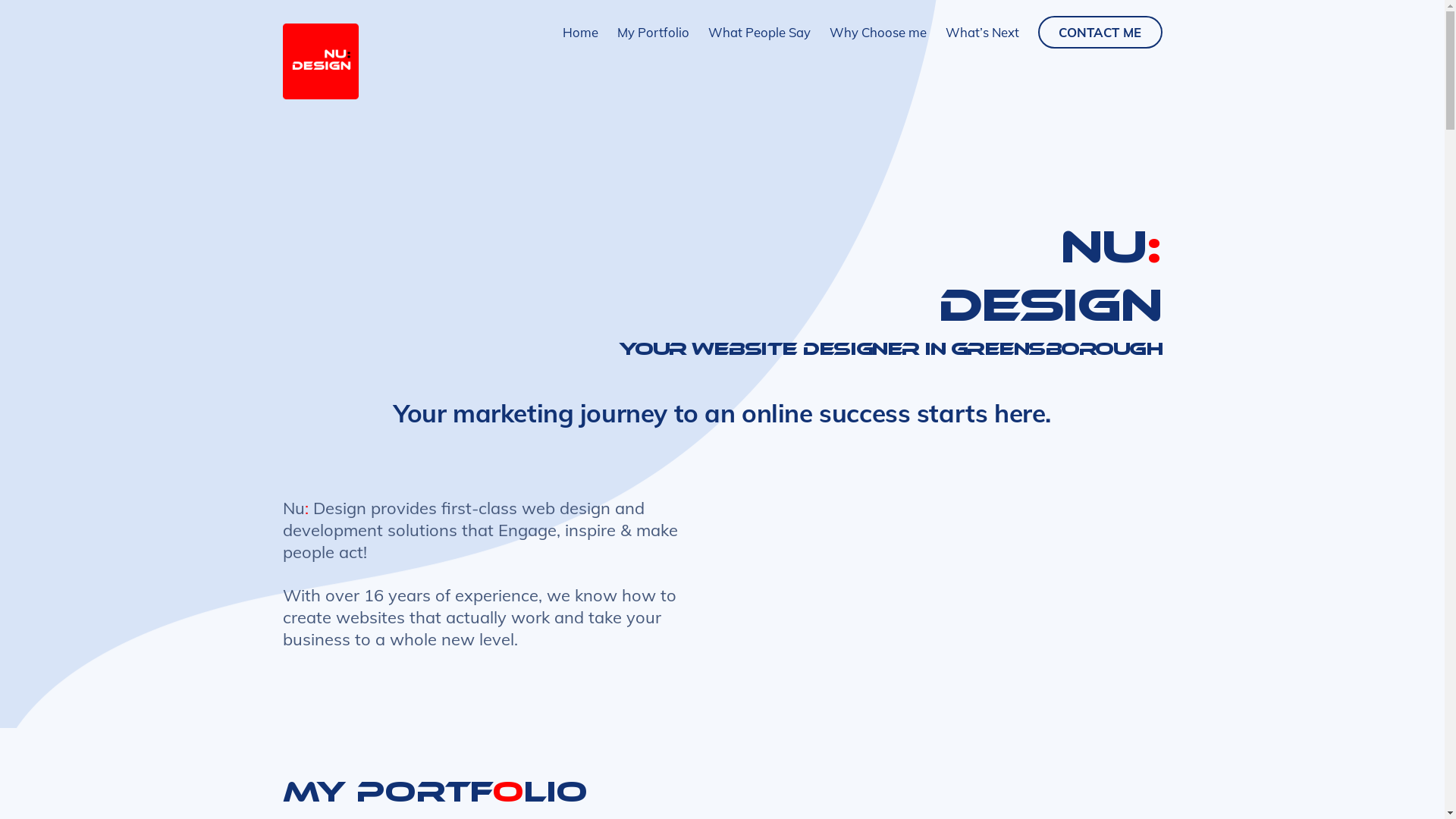  I want to click on 'Nu Design (2)', so click(319, 61).